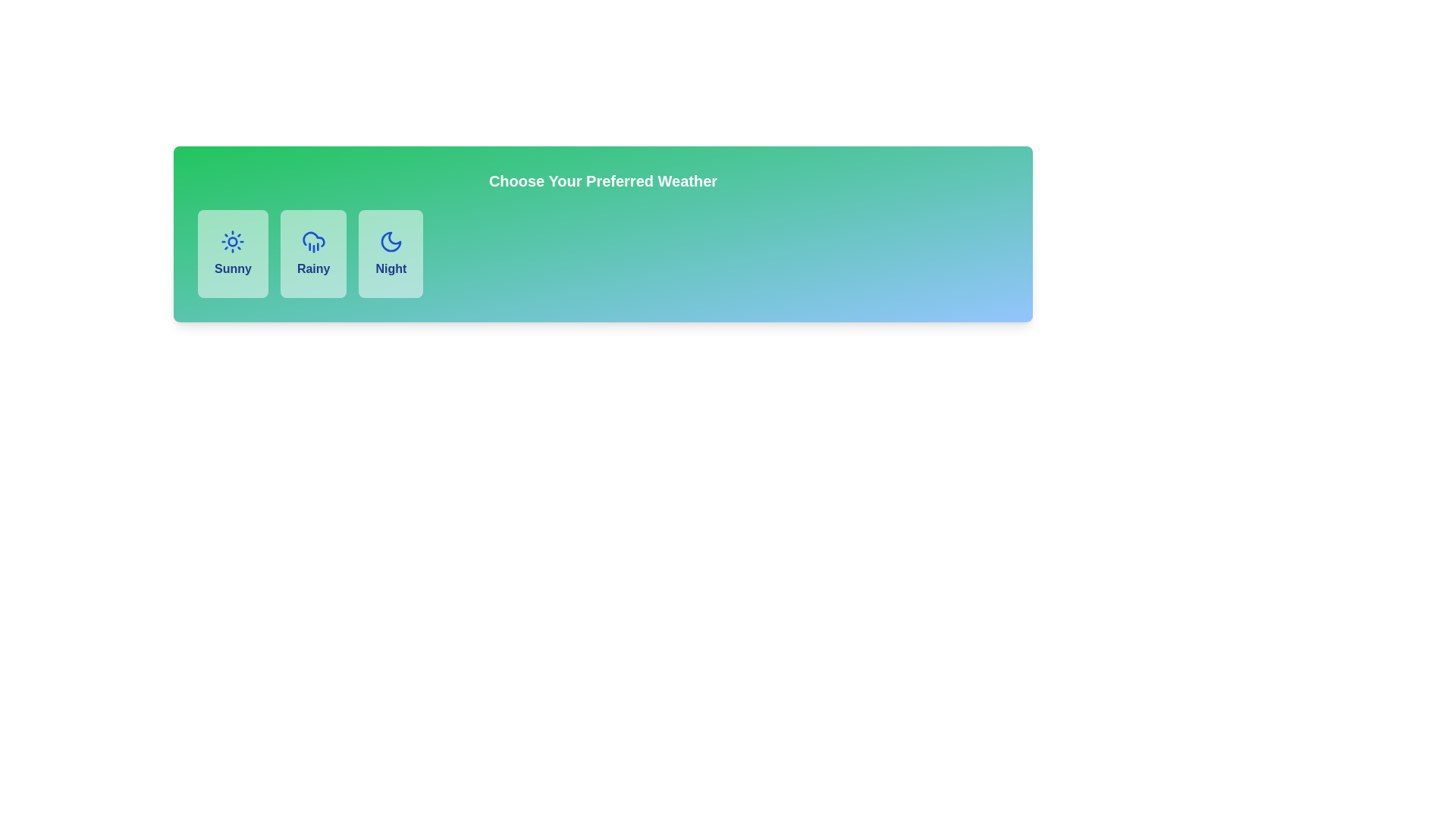 The width and height of the screenshot is (1456, 819). What do you see at coordinates (312, 241) in the screenshot?
I see `the 'Rainy' weather icon located in the center of the second card in a row of three weather options` at bounding box center [312, 241].